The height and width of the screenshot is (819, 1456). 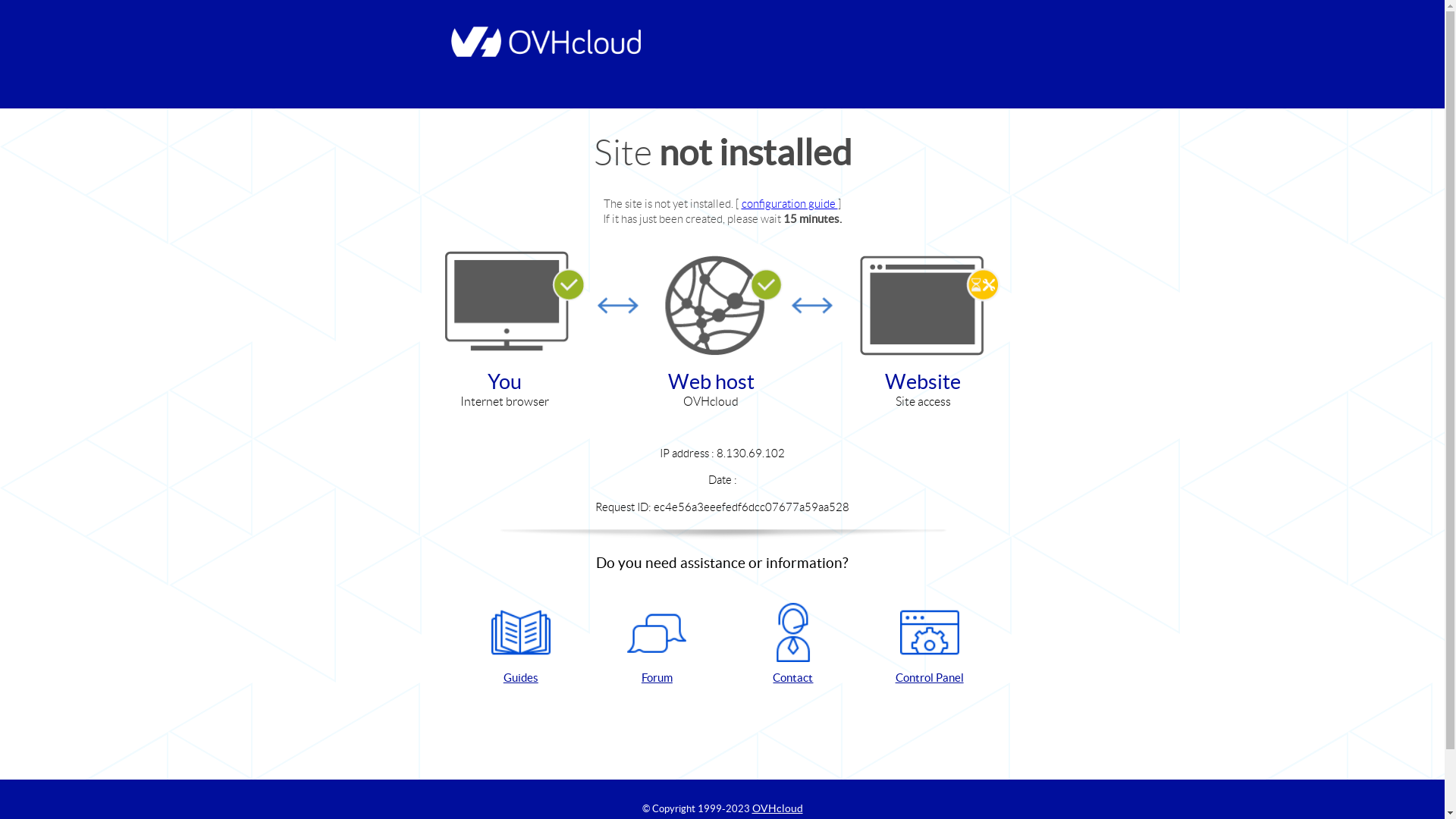 What do you see at coordinates (928, 644) in the screenshot?
I see `'Control Panel'` at bounding box center [928, 644].